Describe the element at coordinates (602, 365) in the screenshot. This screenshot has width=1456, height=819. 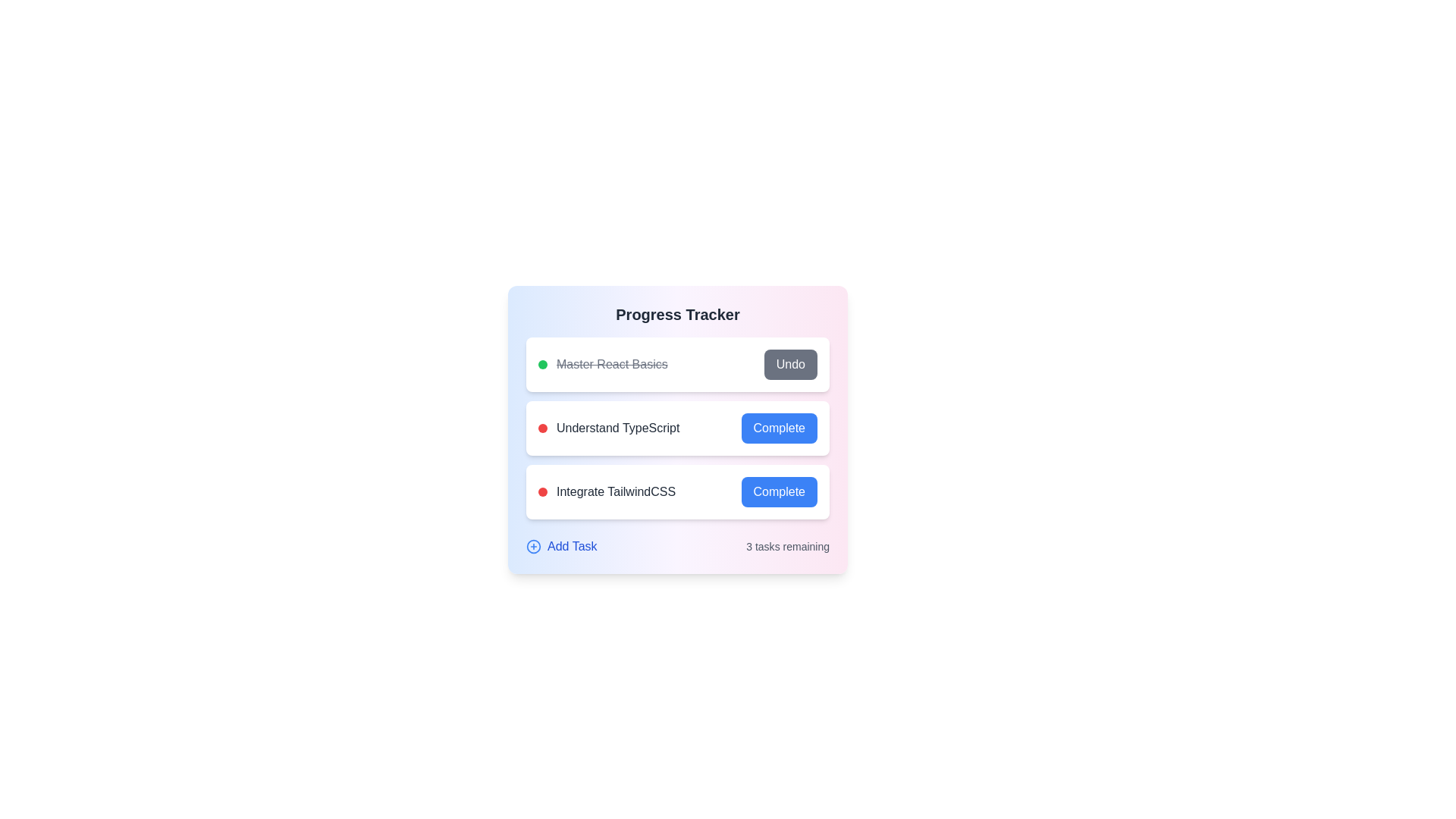
I see `the completed task titled 'Master React Basics' in the Progress Tracker task list` at that location.